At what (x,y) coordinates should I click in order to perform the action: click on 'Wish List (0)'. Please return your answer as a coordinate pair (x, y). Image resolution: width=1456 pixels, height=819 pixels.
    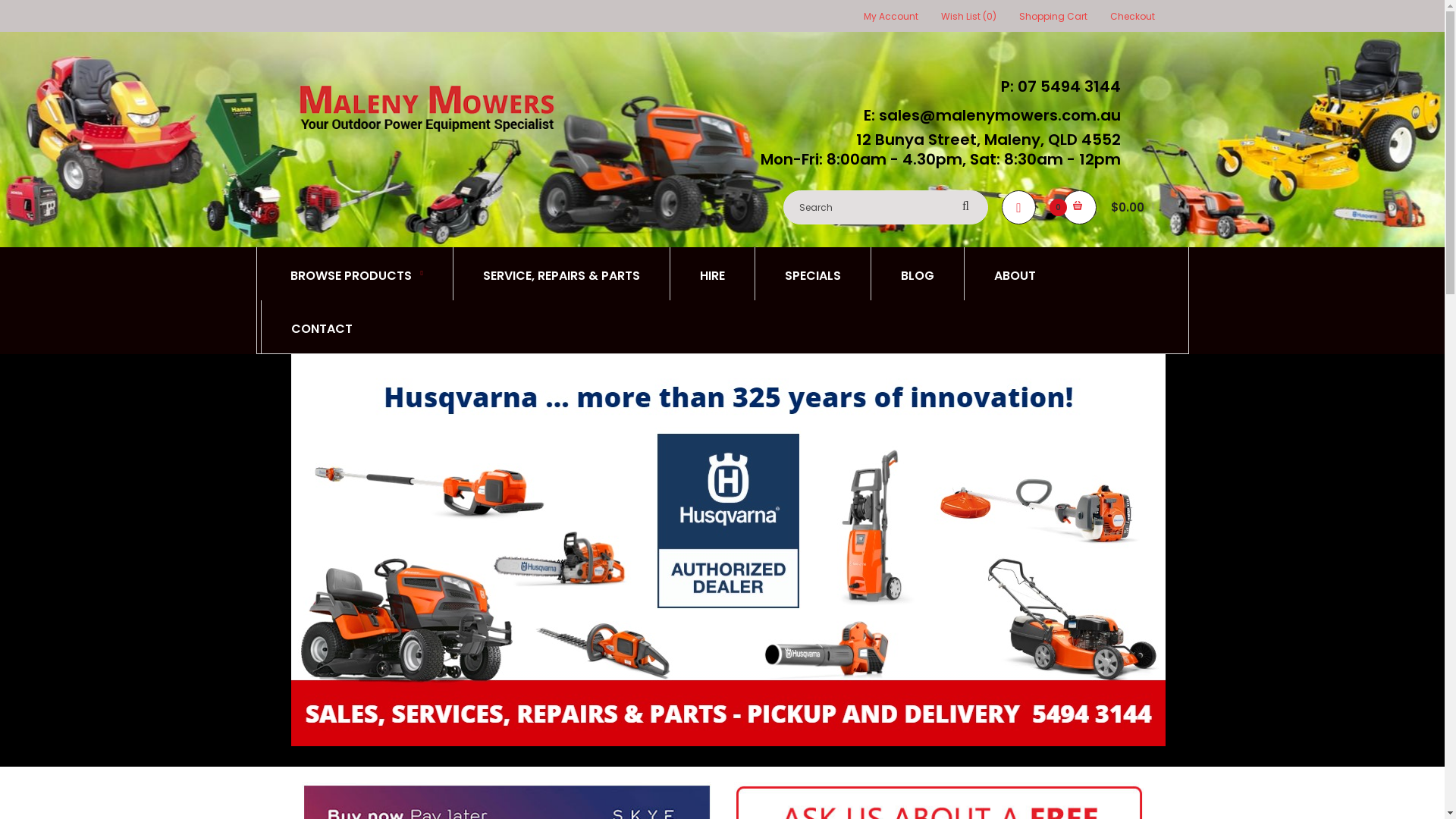
    Looking at the image, I should click on (967, 16).